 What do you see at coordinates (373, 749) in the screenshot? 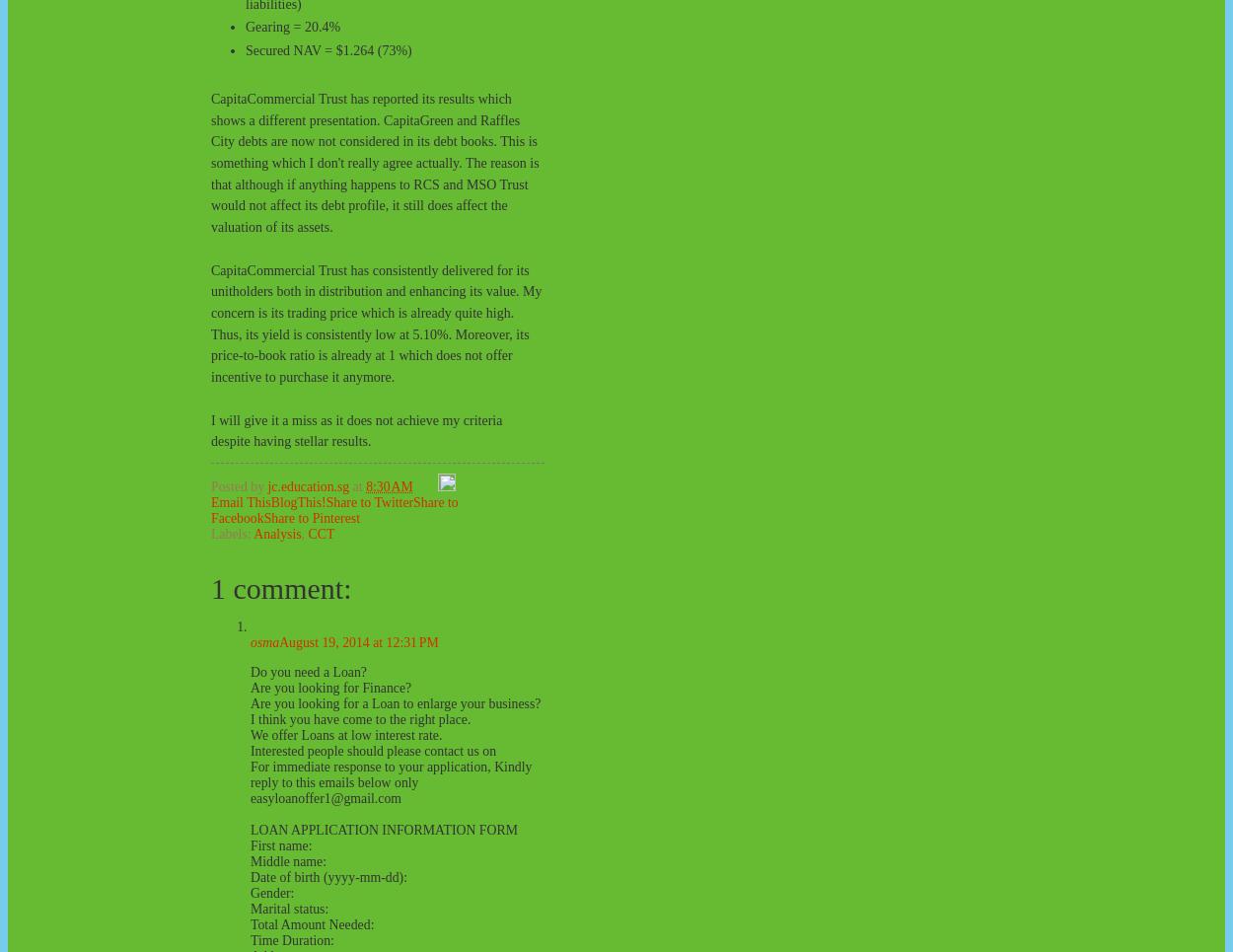
I see `'Interested people should please contact us on'` at bounding box center [373, 749].